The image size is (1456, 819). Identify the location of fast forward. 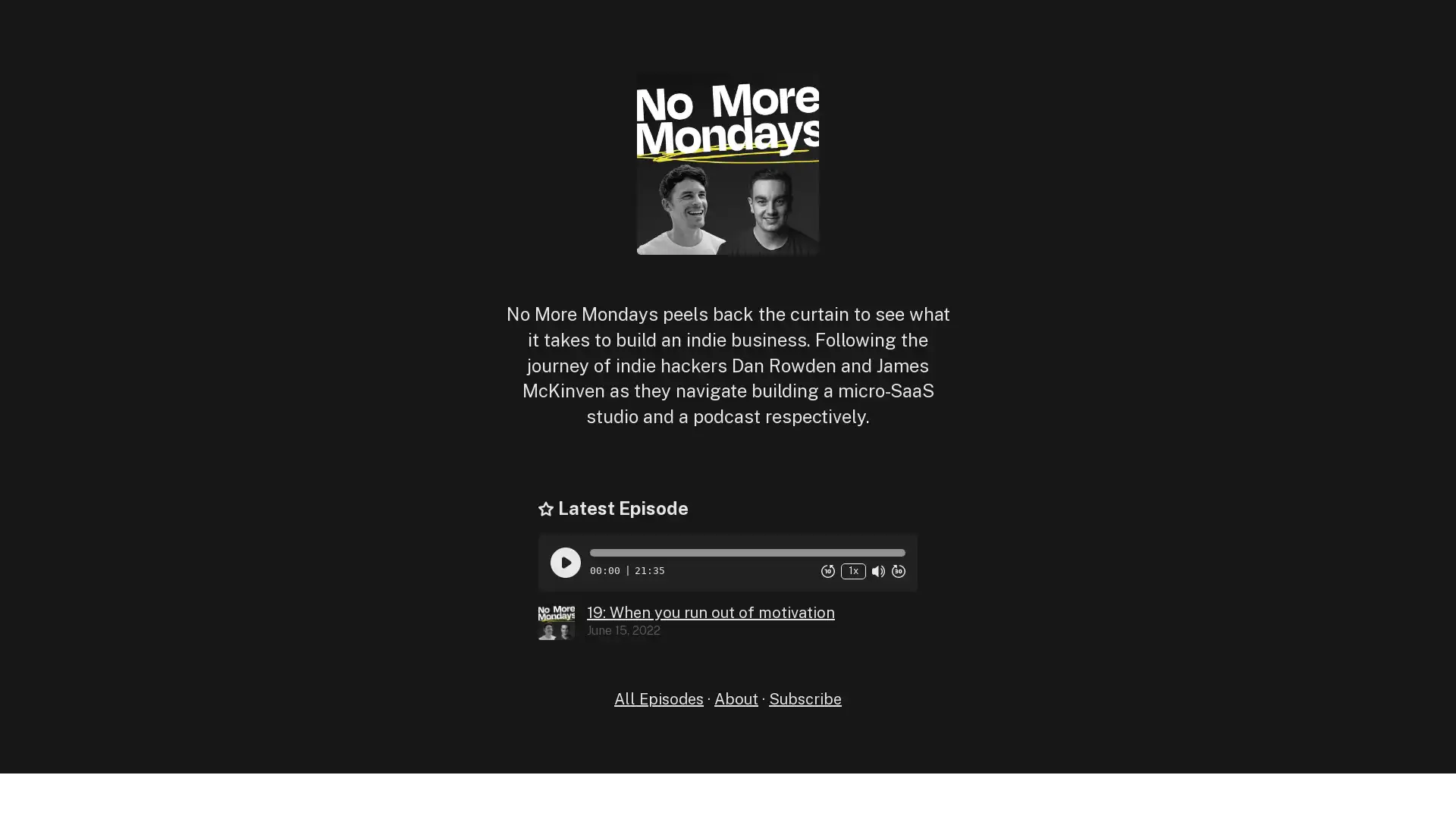
(898, 570).